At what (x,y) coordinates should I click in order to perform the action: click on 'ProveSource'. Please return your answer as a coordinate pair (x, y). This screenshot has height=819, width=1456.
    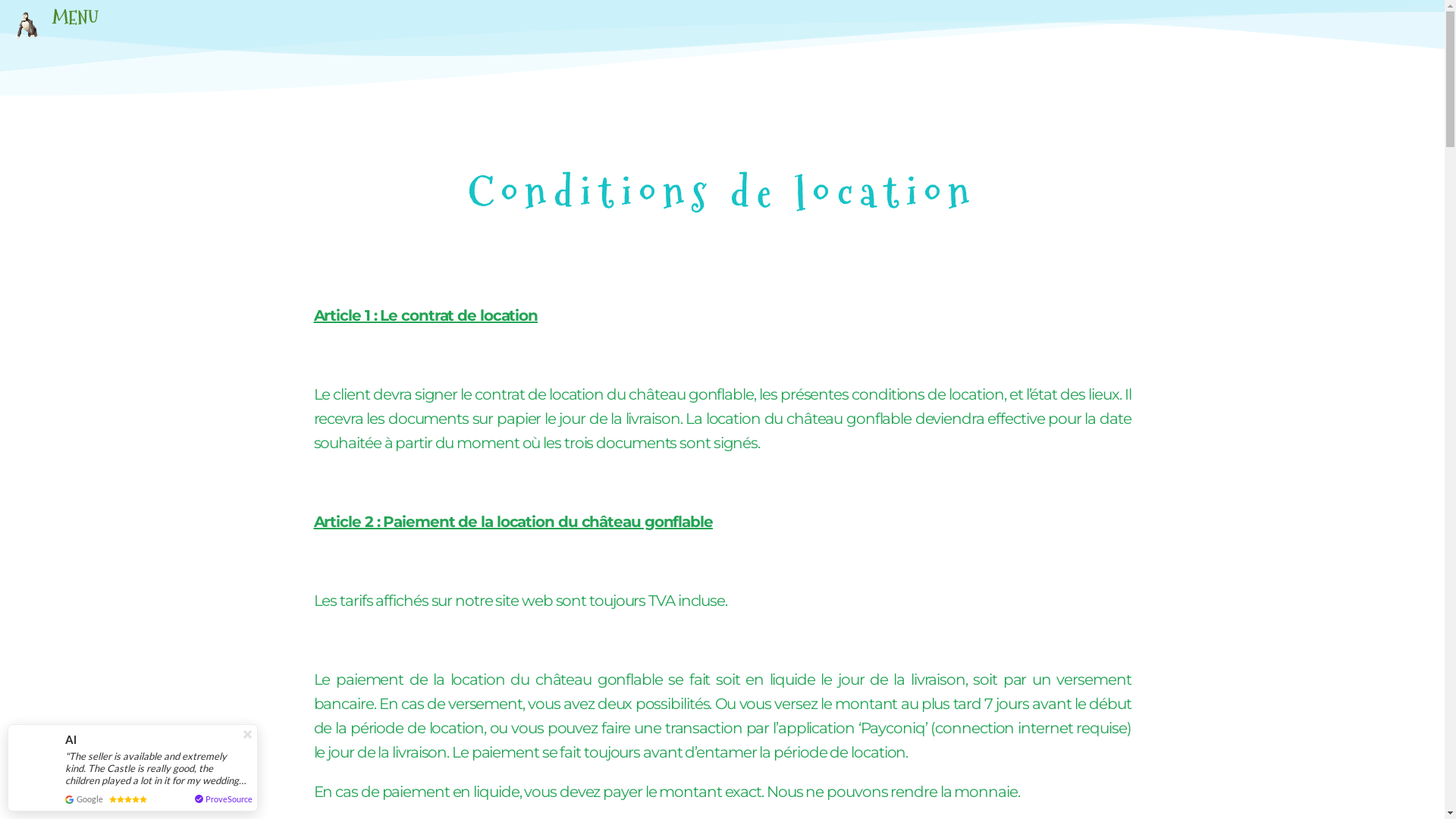
    Looking at the image, I should click on (204, 798).